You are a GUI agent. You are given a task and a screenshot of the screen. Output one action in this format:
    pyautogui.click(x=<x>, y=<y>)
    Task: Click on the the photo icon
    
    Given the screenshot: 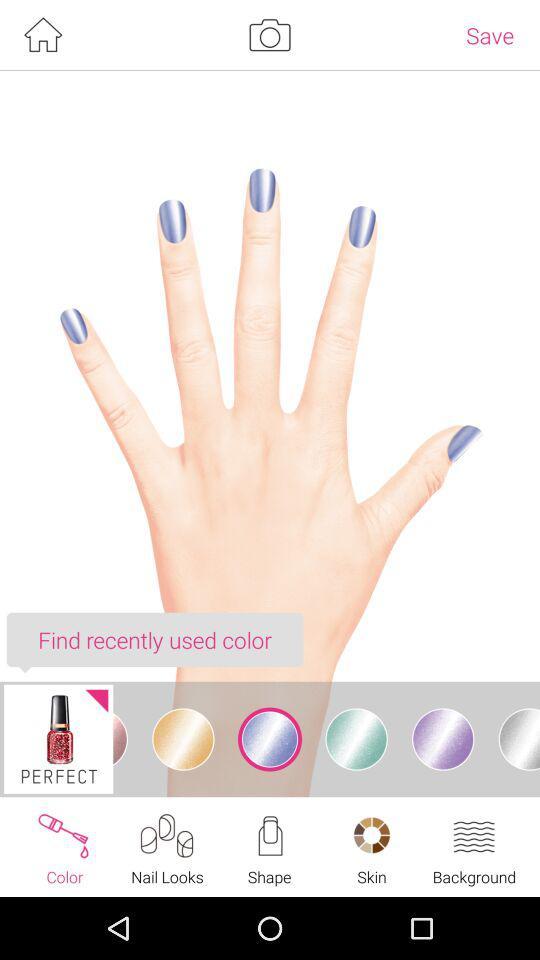 What is the action you would take?
    pyautogui.click(x=269, y=36)
    